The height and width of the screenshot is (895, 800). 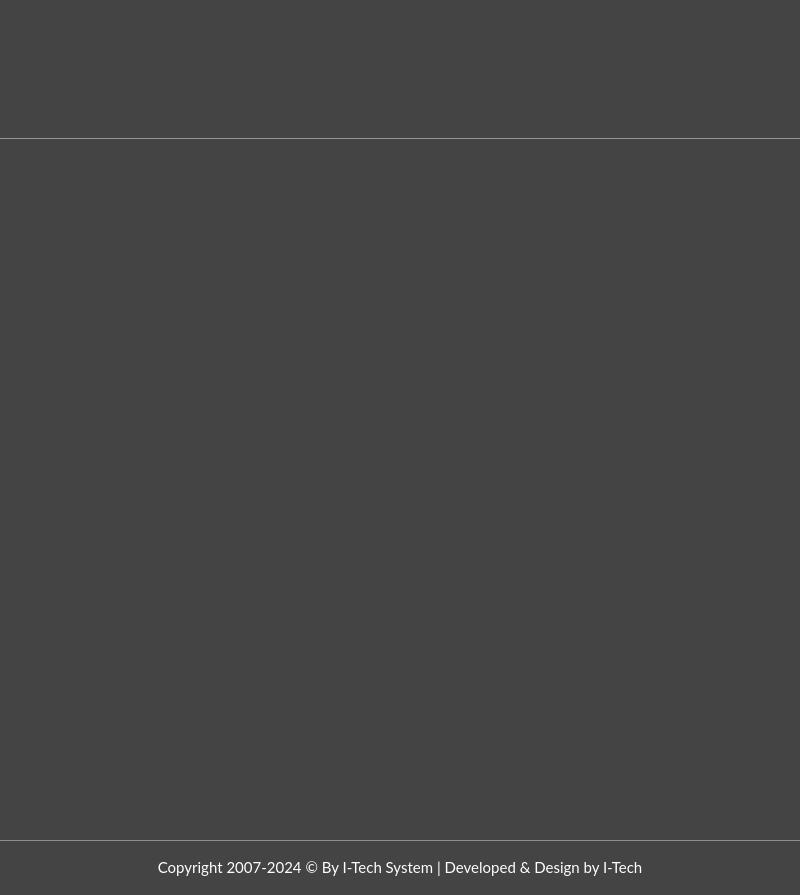 I want to click on 'Ph.:02536649111, Mob.:9096871111', so click(x=541, y=157).